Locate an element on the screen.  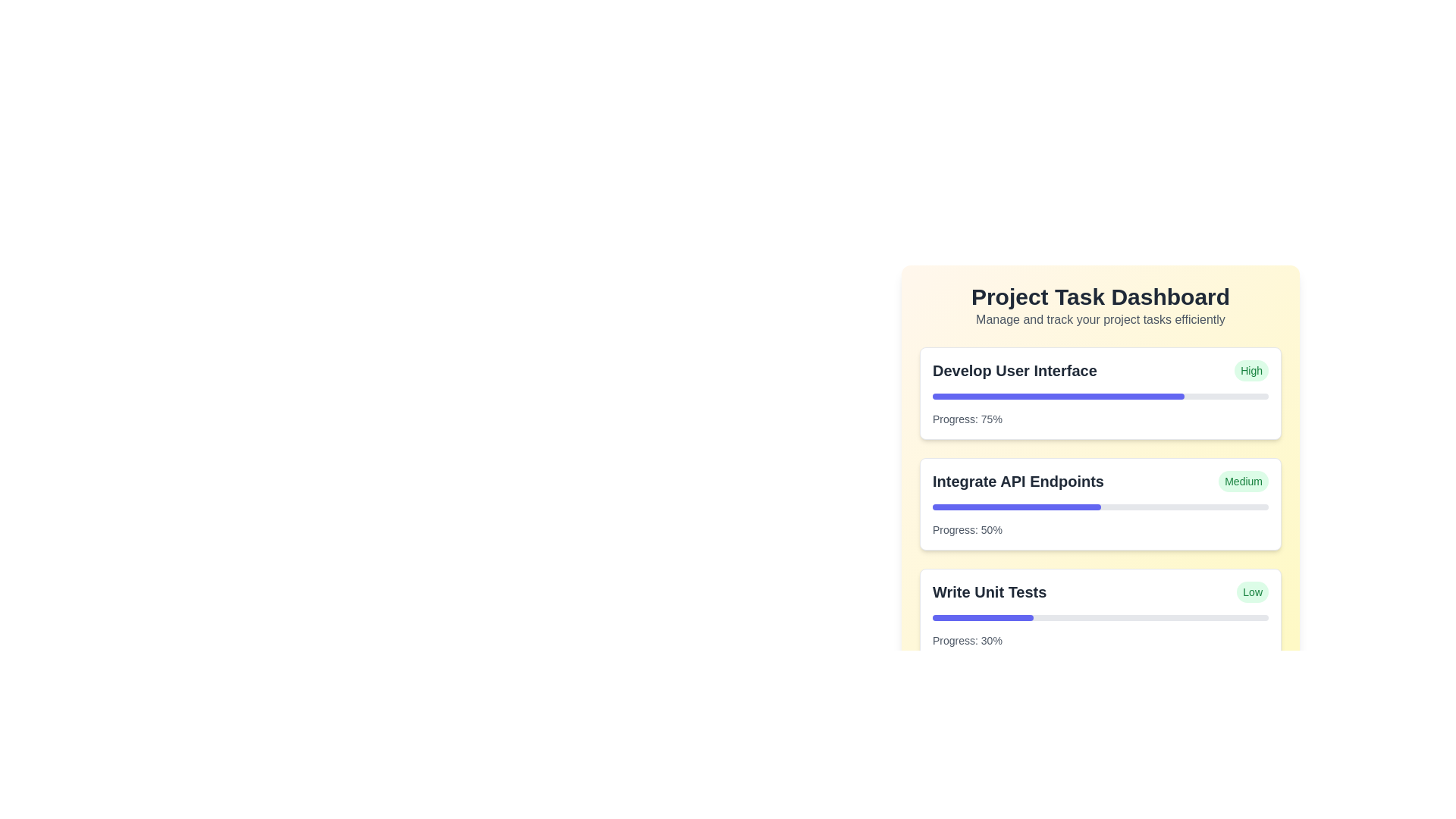
the Progress Bar (Segment) representing 50% completion of the task 'Integrate API Endpoints' in the second card of the project dashboard is located at coordinates (1016, 507).